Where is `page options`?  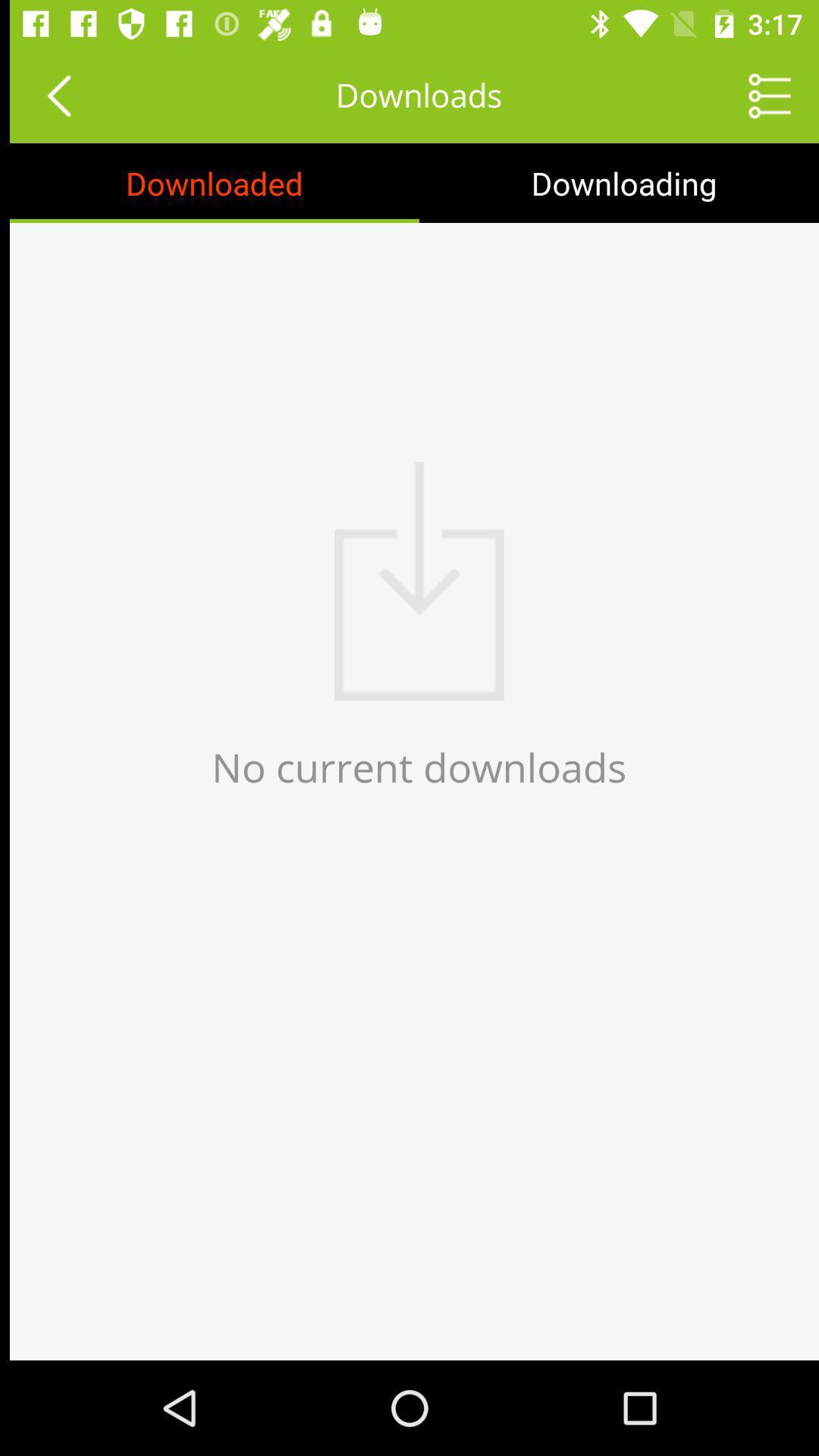
page options is located at coordinates (760, 94).